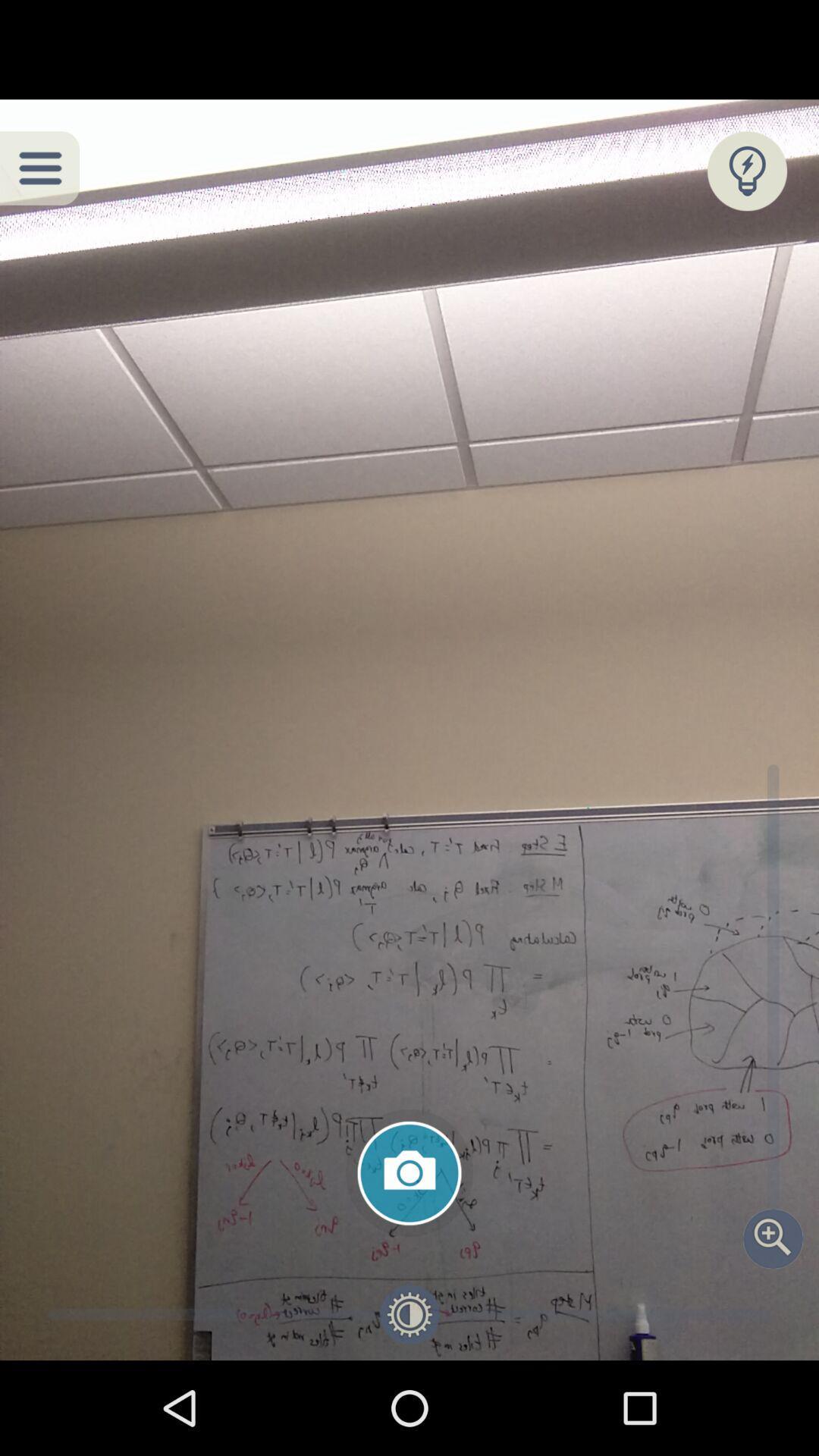  What do you see at coordinates (409, 1172) in the screenshot?
I see `take a picture` at bounding box center [409, 1172].